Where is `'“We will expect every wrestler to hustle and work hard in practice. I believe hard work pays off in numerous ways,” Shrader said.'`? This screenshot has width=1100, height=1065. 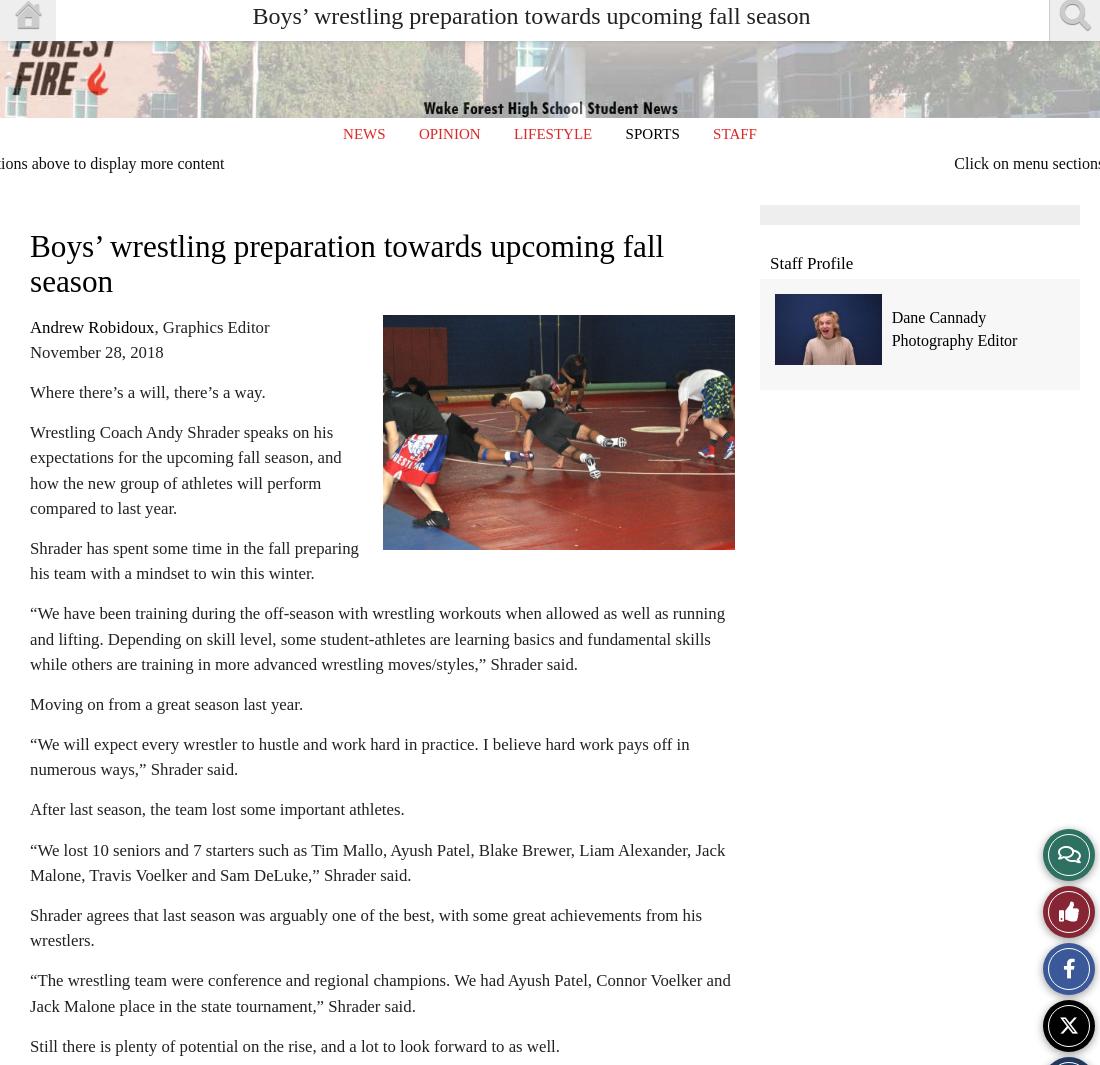 '“We will expect every wrestler to hustle and work hard in practice. I believe hard work pays off in numerous ways,” Shrader said.' is located at coordinates (359, 757).